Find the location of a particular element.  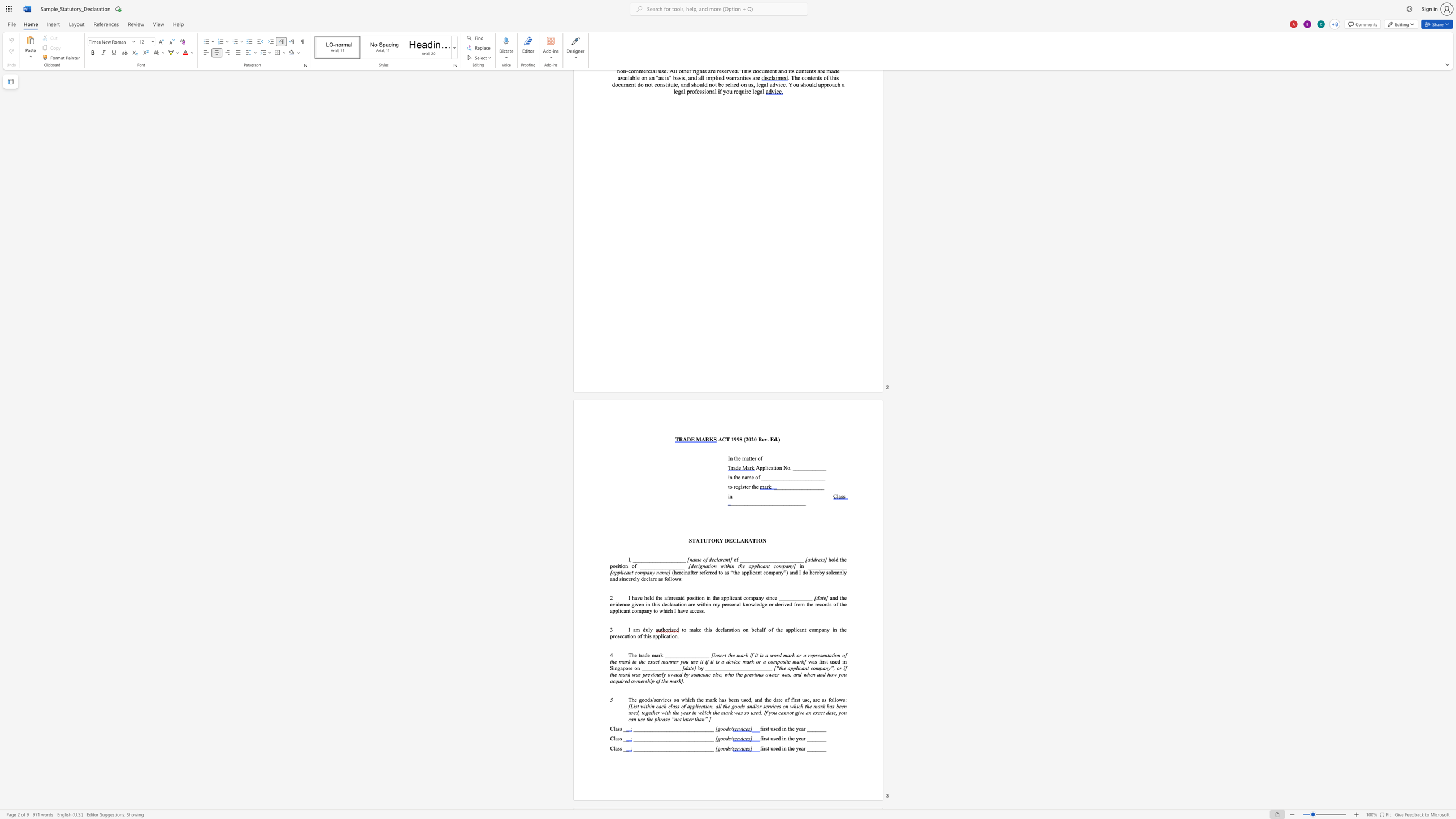

the space between the continuous character "m" and "a" in the text is located at coordinates (746, 458).